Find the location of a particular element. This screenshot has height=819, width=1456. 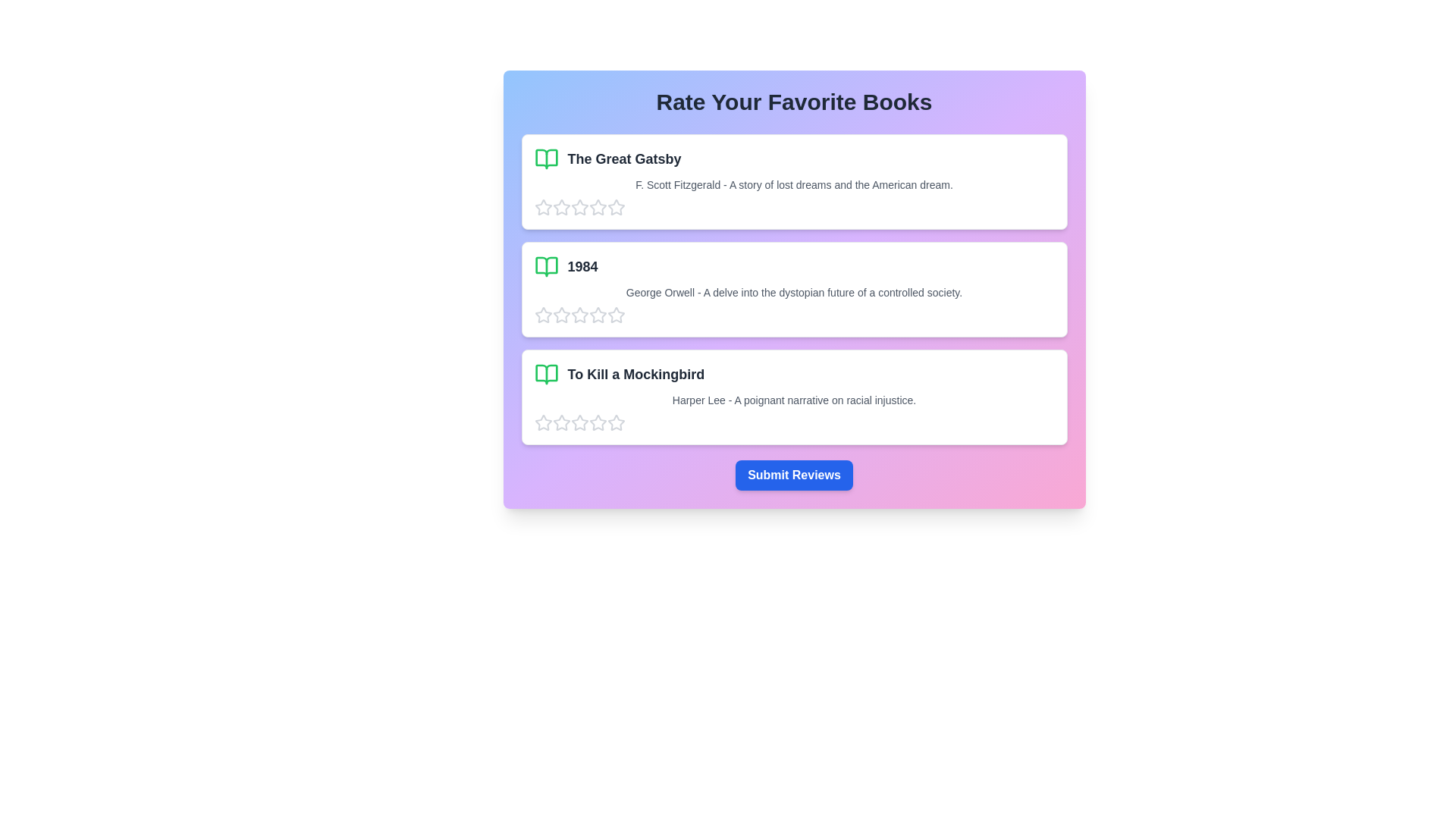

the star corresponding to 2 for the book titled The Great Gatsby is located at coordinates (560, 207).